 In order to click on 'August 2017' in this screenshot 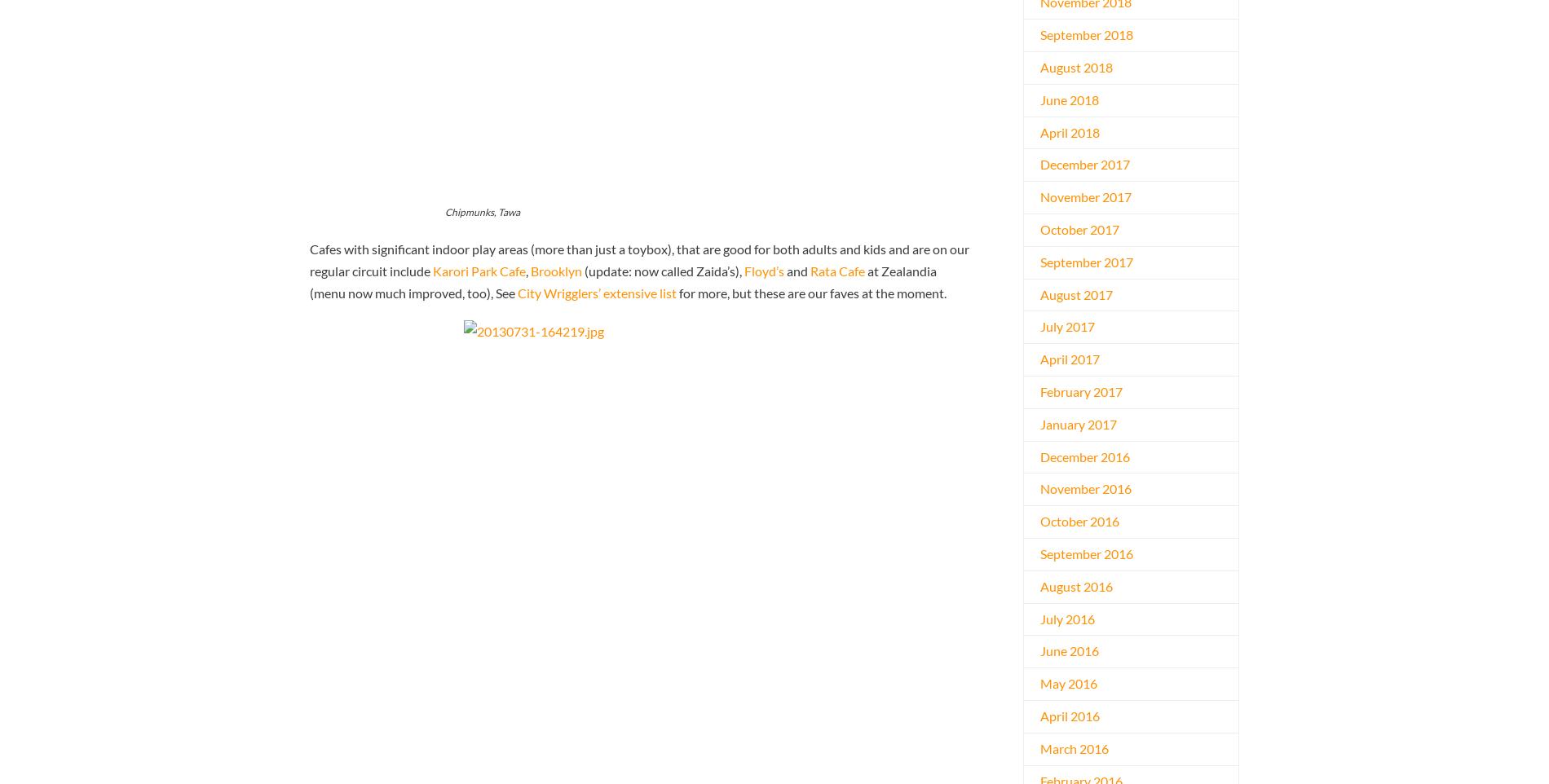, I will do `click(1039, 293)`.